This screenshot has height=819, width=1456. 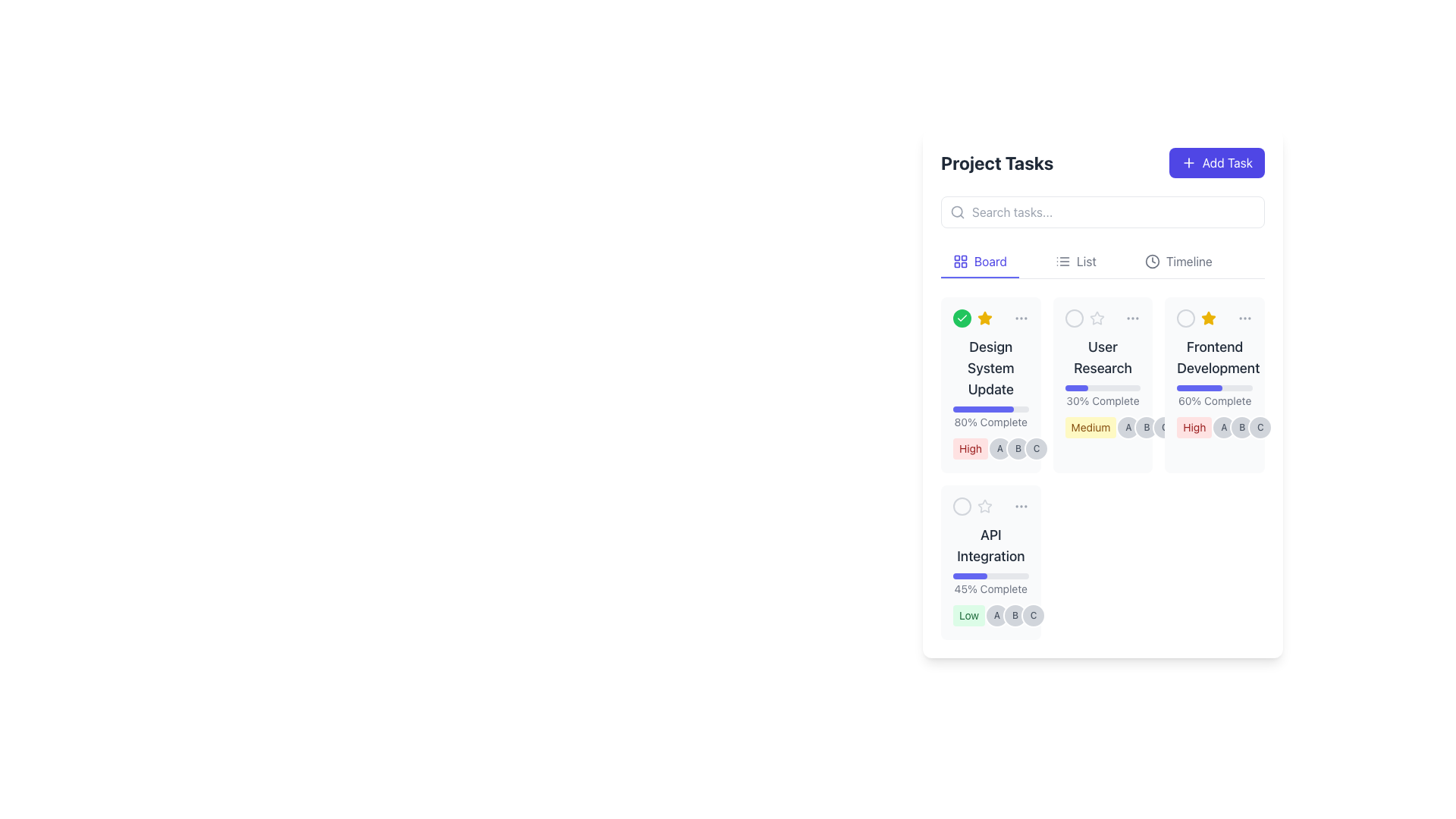 What do you see at coordinates (1185, 318) in the screenshot?
I see `the circular checkbox with a hollow center and gray outline` at bounding box center [1185, 318].